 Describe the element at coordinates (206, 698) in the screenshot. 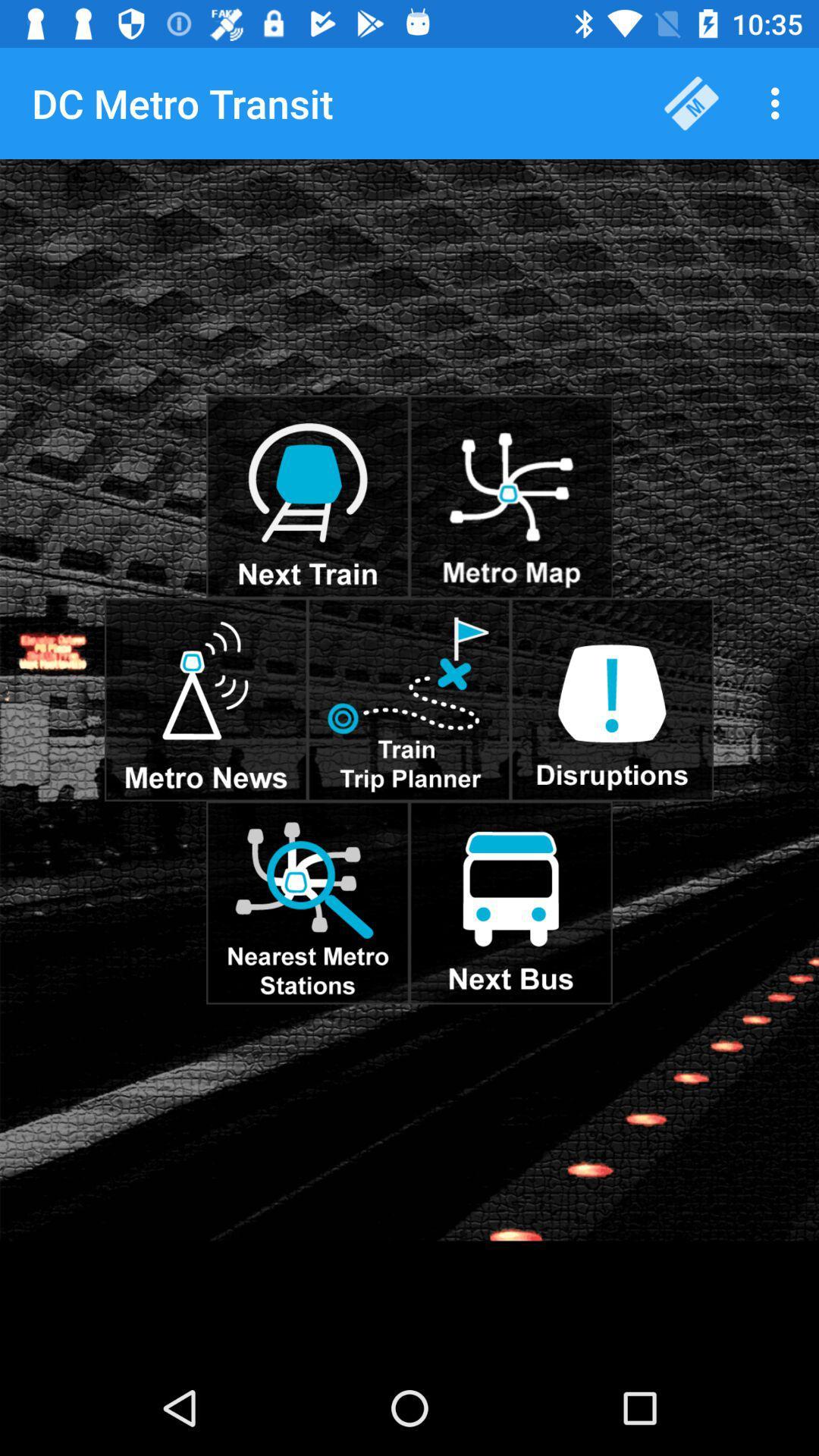

I see `metro news` at that location.